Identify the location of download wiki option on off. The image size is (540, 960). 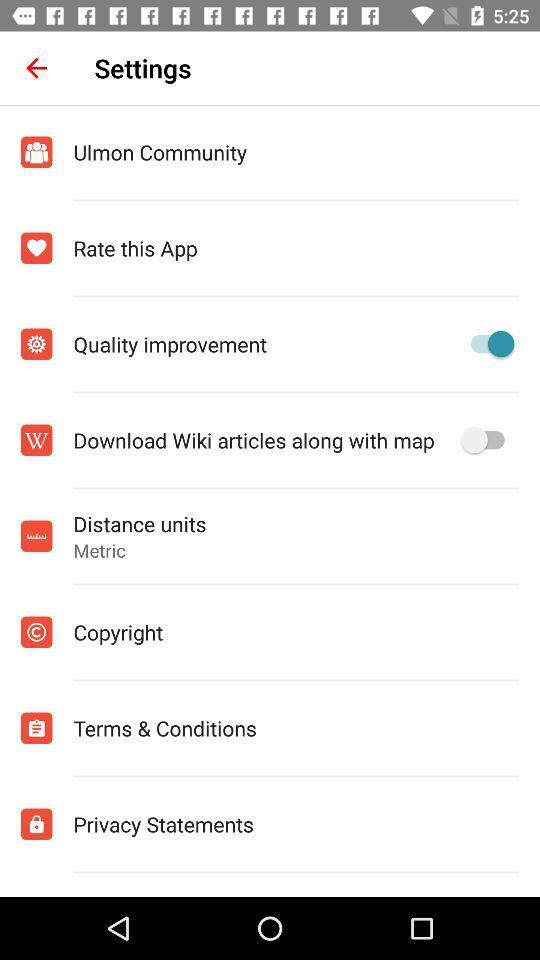
(486, 440).